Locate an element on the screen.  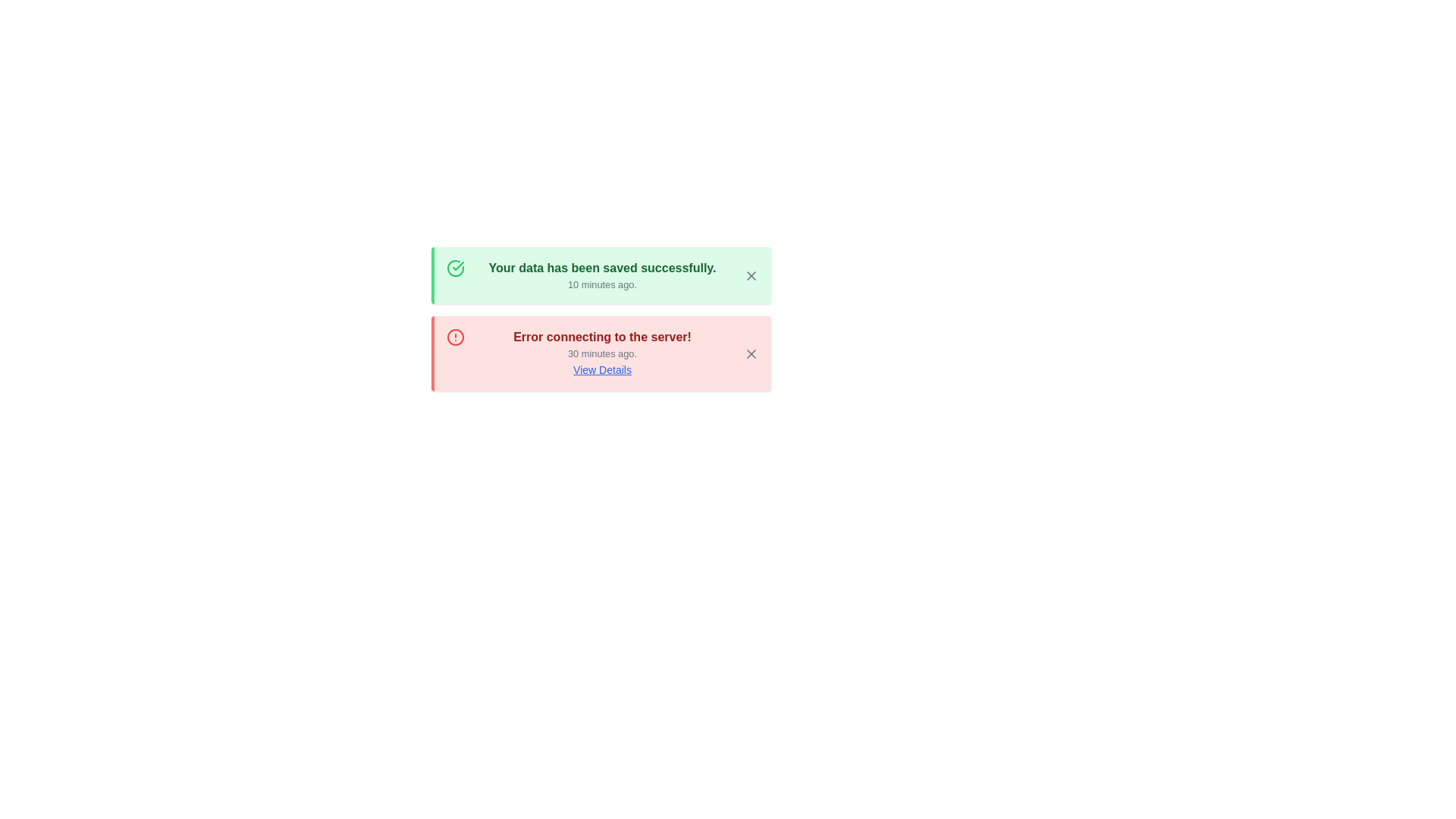
the 'X' icon in the top-right corner of the green notification message panel is located at coordinates (751, 275).